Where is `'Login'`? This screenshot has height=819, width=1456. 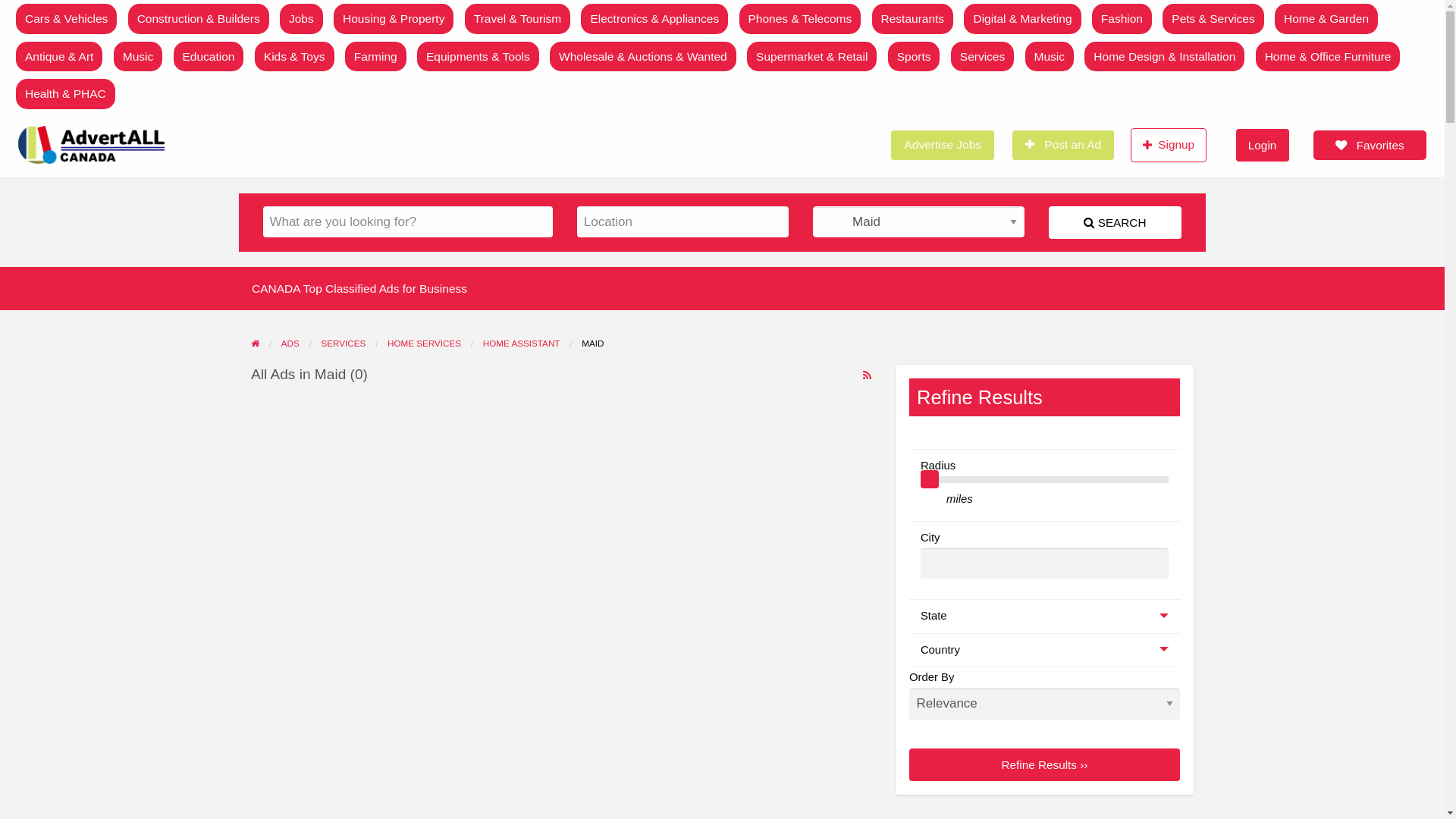
'Login' is located at coordinates (1263, 145).